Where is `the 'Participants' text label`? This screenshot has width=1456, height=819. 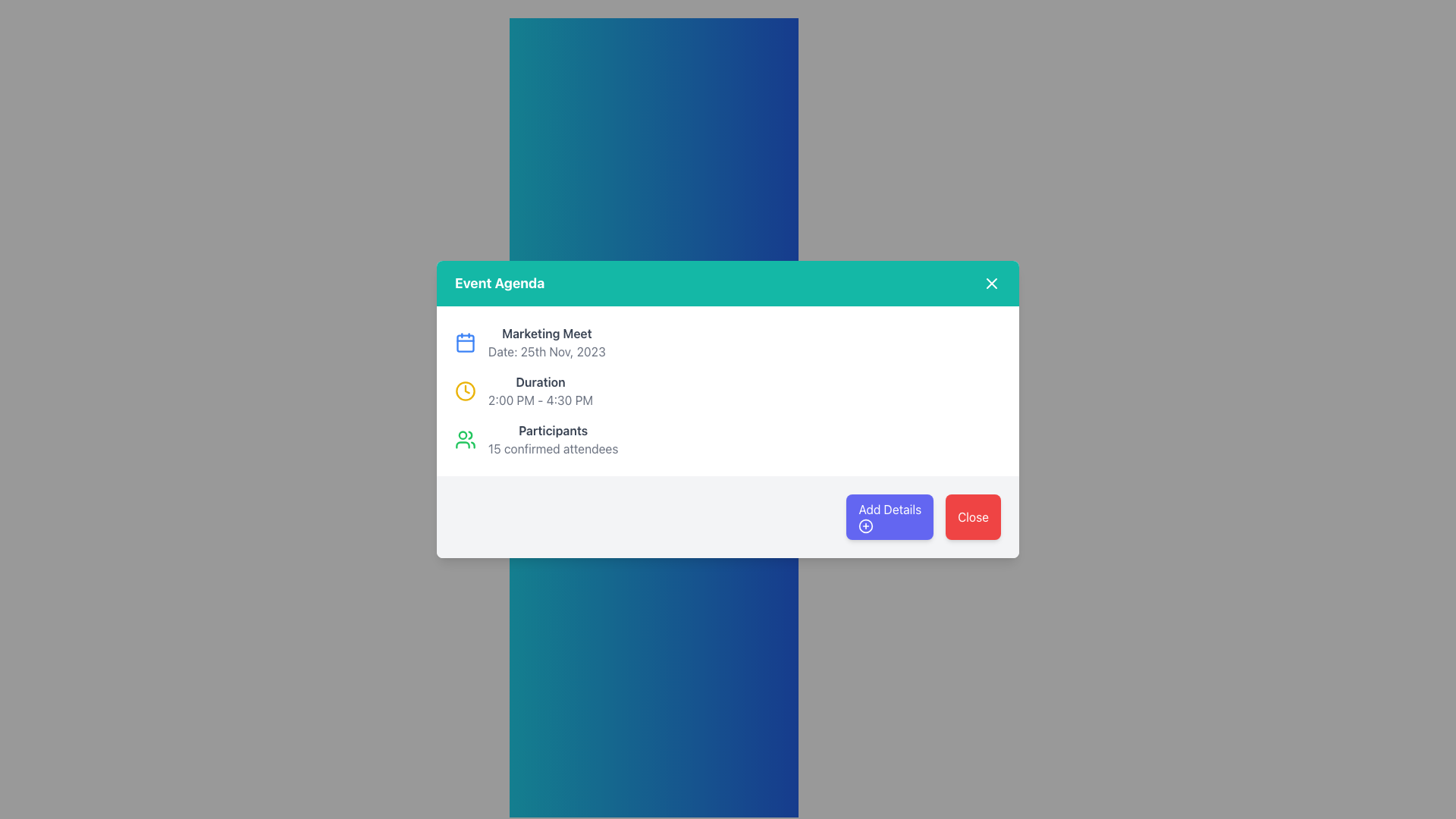 the 'Participants' text label is located at coordinates (552, 430).